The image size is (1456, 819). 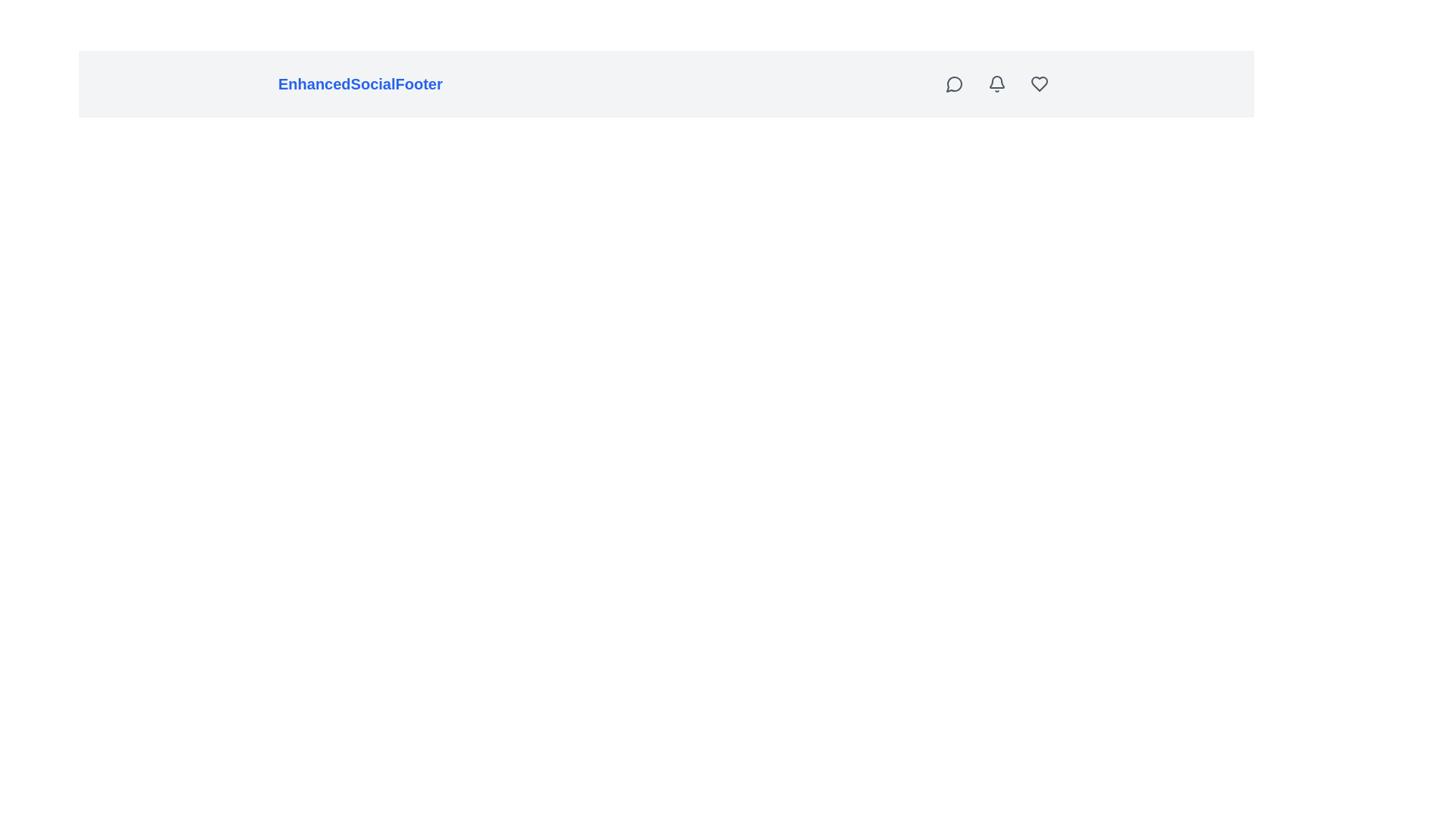 What do you see at coordinates (997, 84) in the screenshot?
I see `the bell-shaped notification icon styled in dark gray with a light gray background located in the header section, third from the left in a group of four icons` at bounding box center [997, 84].